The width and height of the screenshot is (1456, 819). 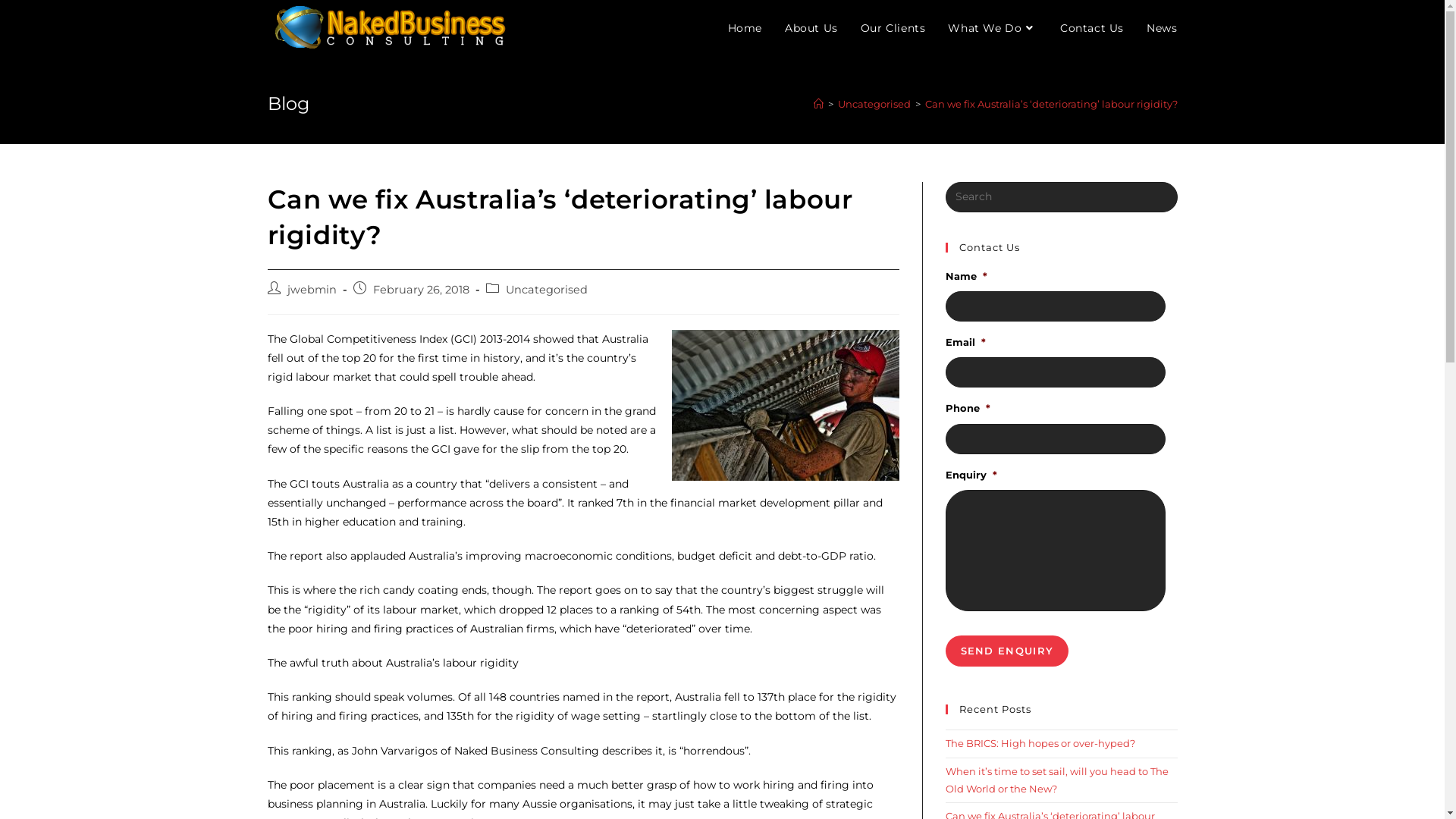 I want to click on 'What We Do', so click(x=935, y=28).